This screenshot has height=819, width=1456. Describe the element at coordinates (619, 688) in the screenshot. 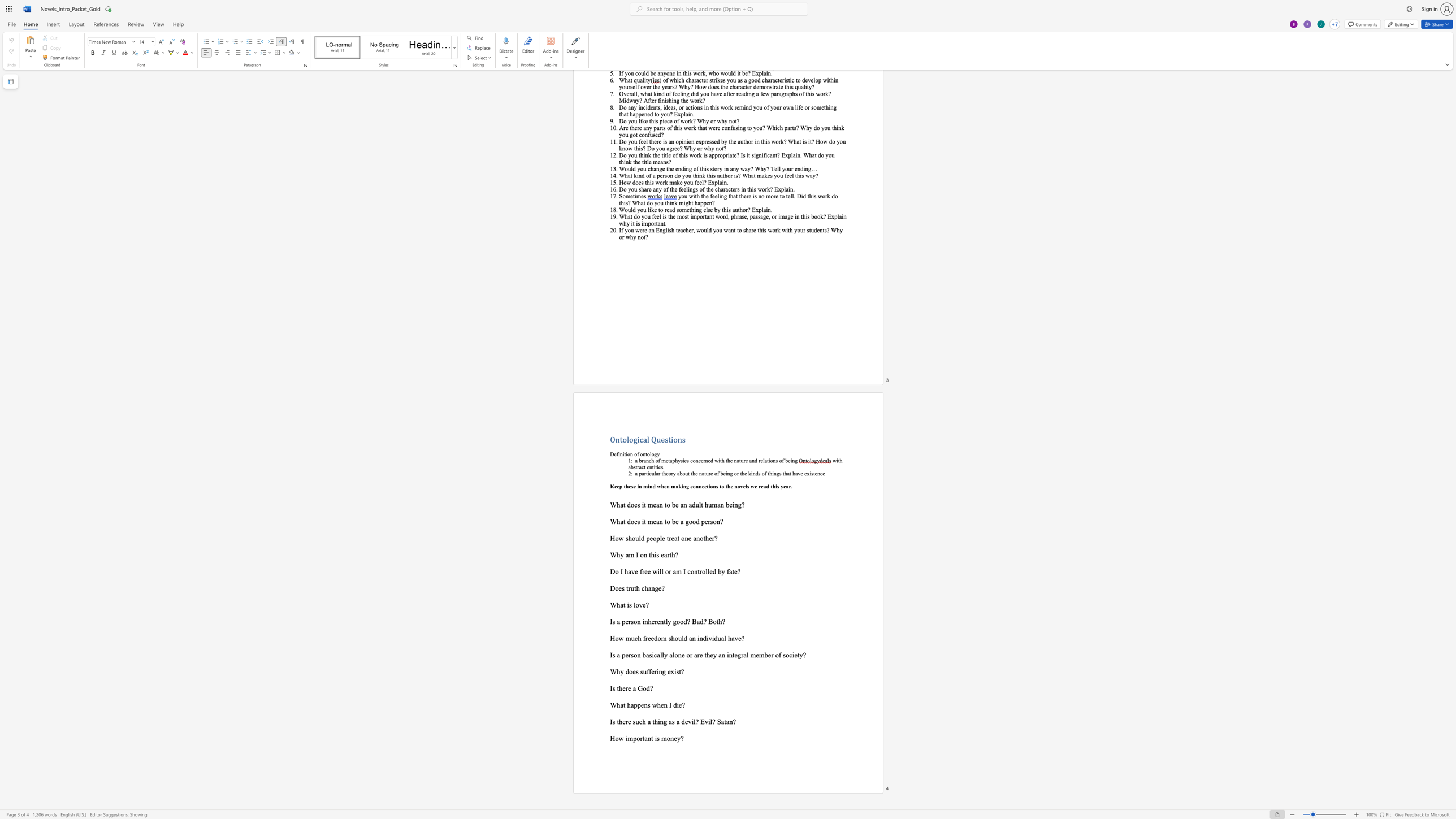

I see `the space between the continuous character "t" and "h" in the text` at that location.